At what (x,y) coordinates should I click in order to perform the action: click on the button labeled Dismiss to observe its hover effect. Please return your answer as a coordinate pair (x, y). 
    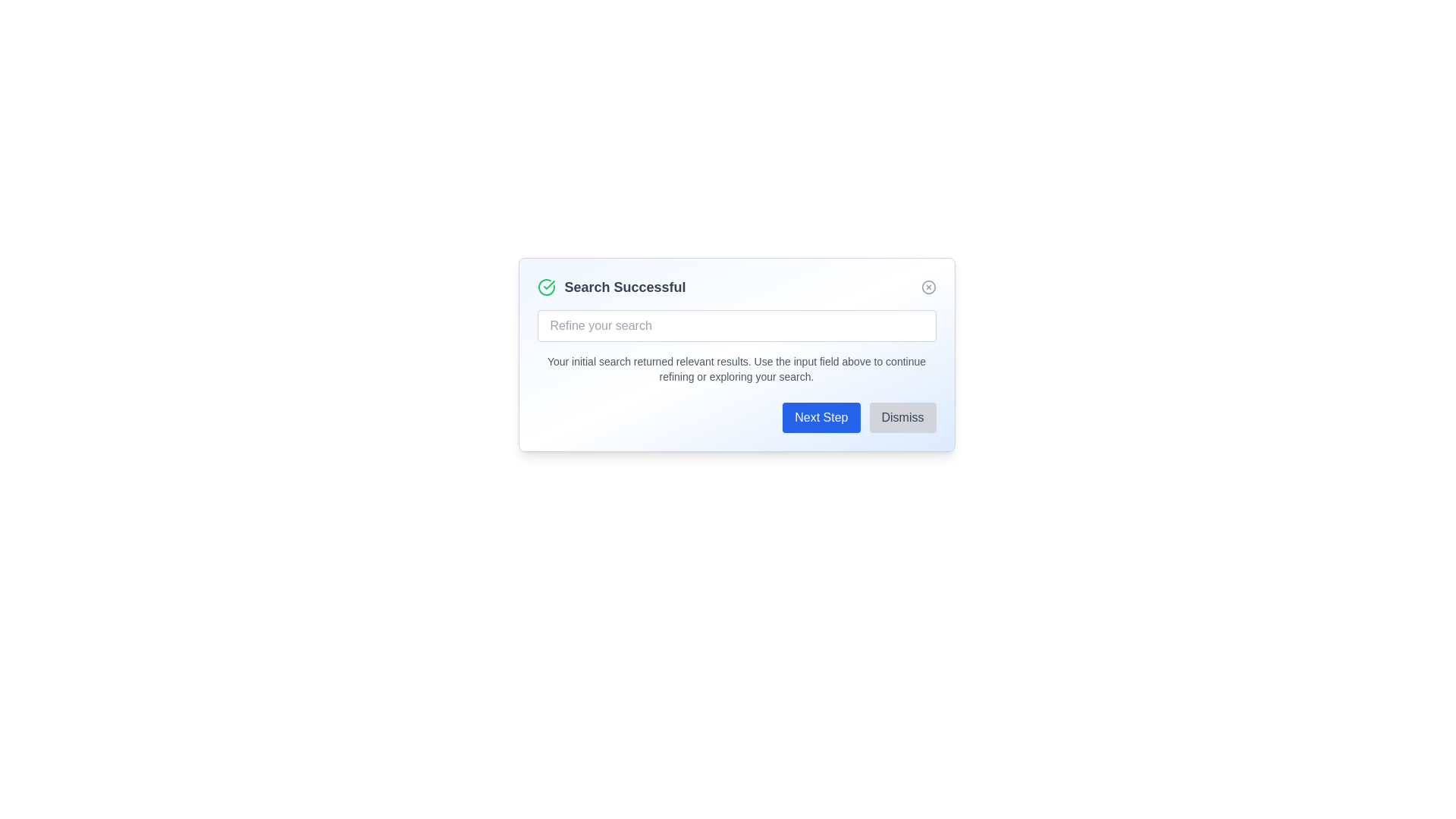
    Looking at the image, I should click on (902, 418).